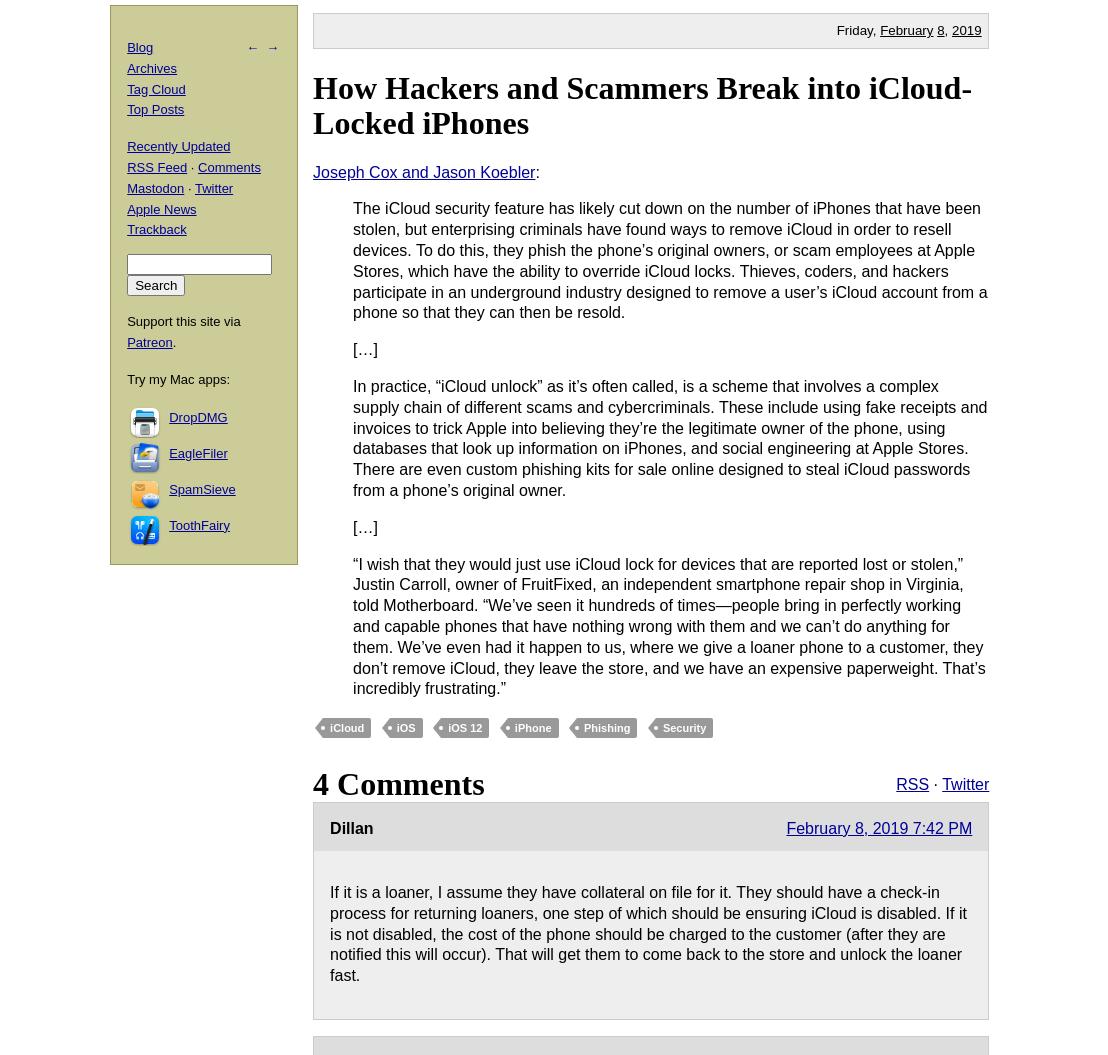  I want to click on 'DropDMG', so click(197, 415).